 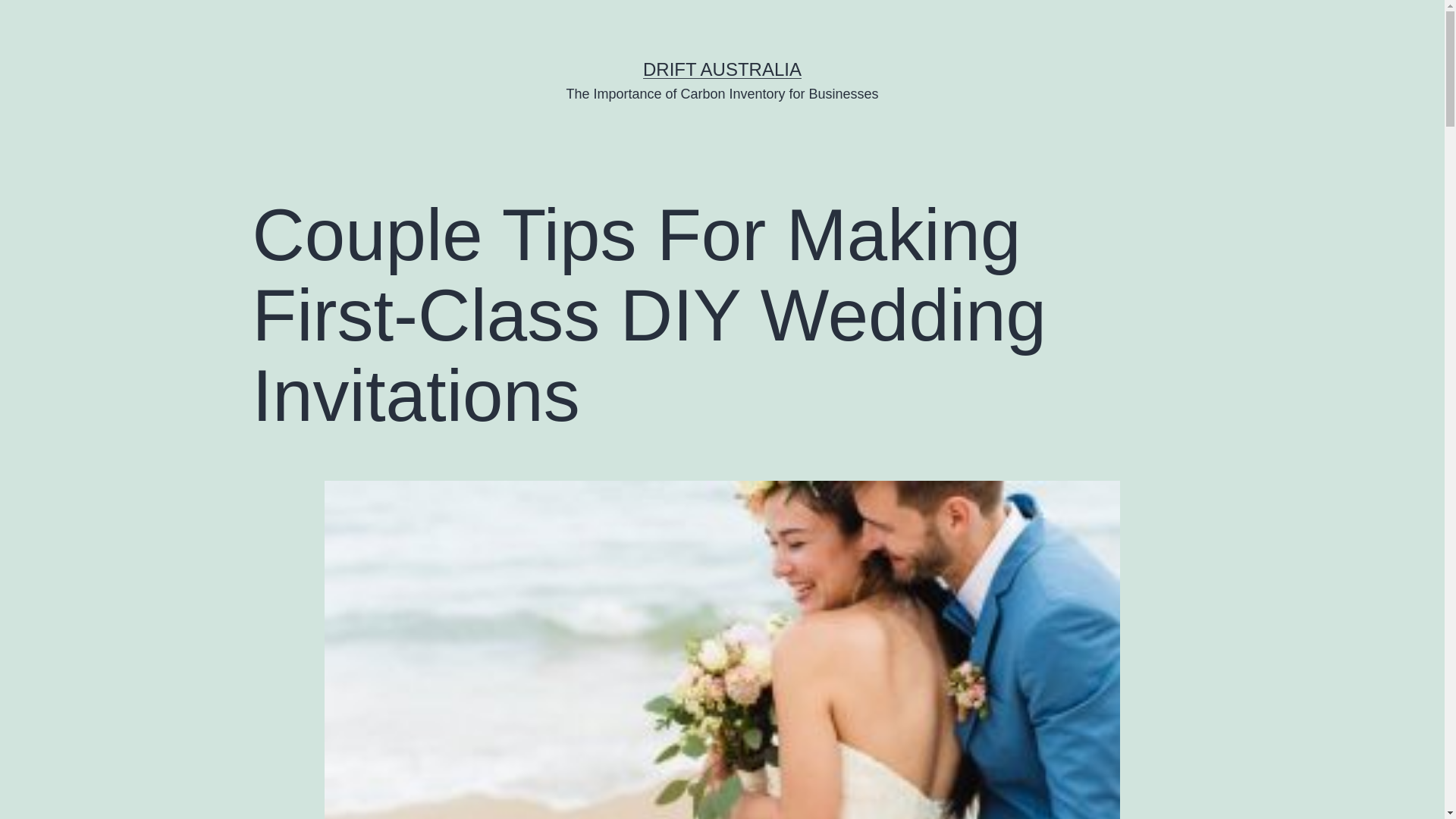 What do you see at coordinates (721, 69) in the screenshot?
I see `'DRIFT AUSTRALIA'` at bounding box center [721, 69].